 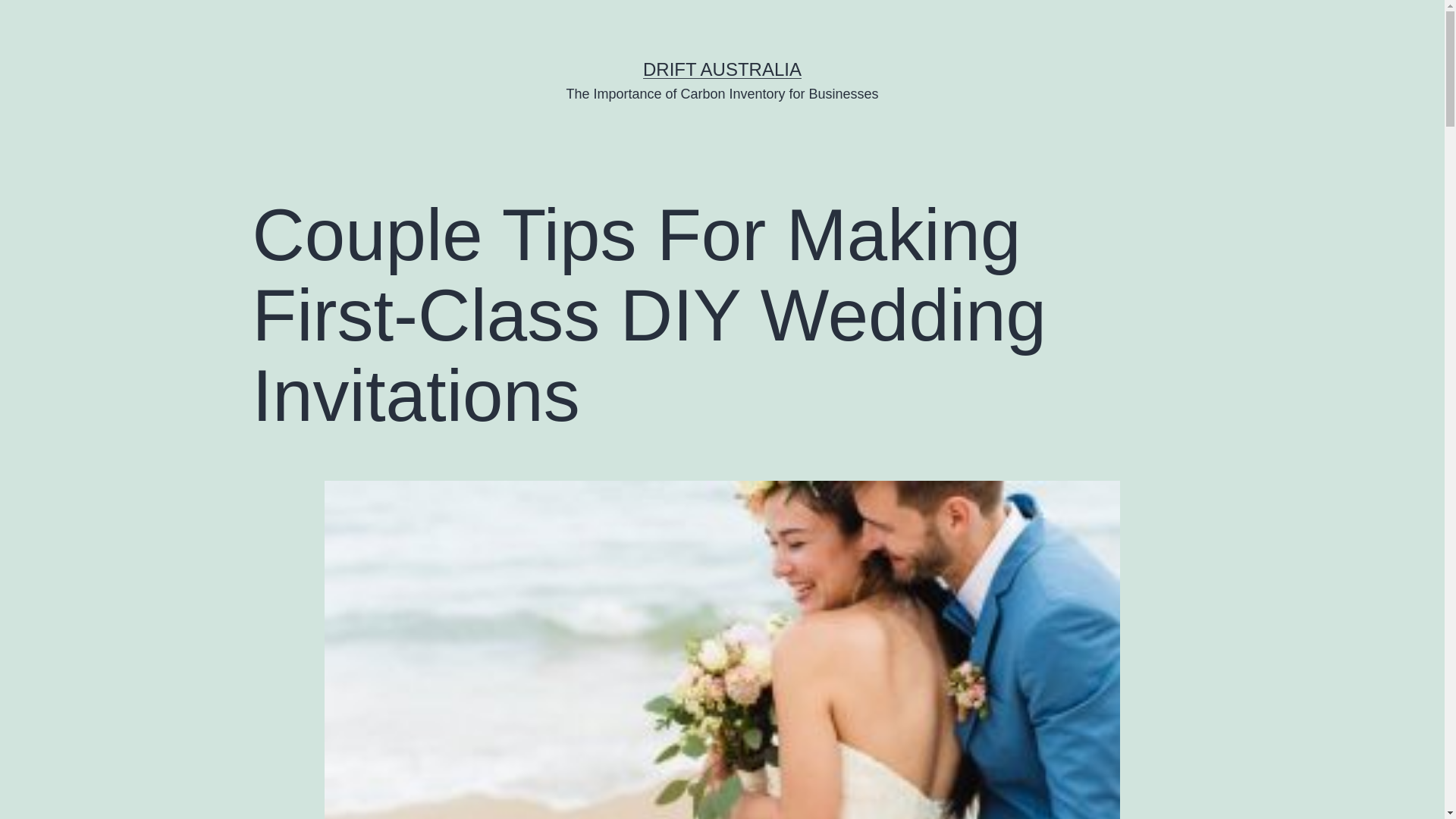 What do you see at coordinates (721, 69) in the screenshot?
I see `'DRIFT AUSTRALIA'` at bounding box center [721, 69].